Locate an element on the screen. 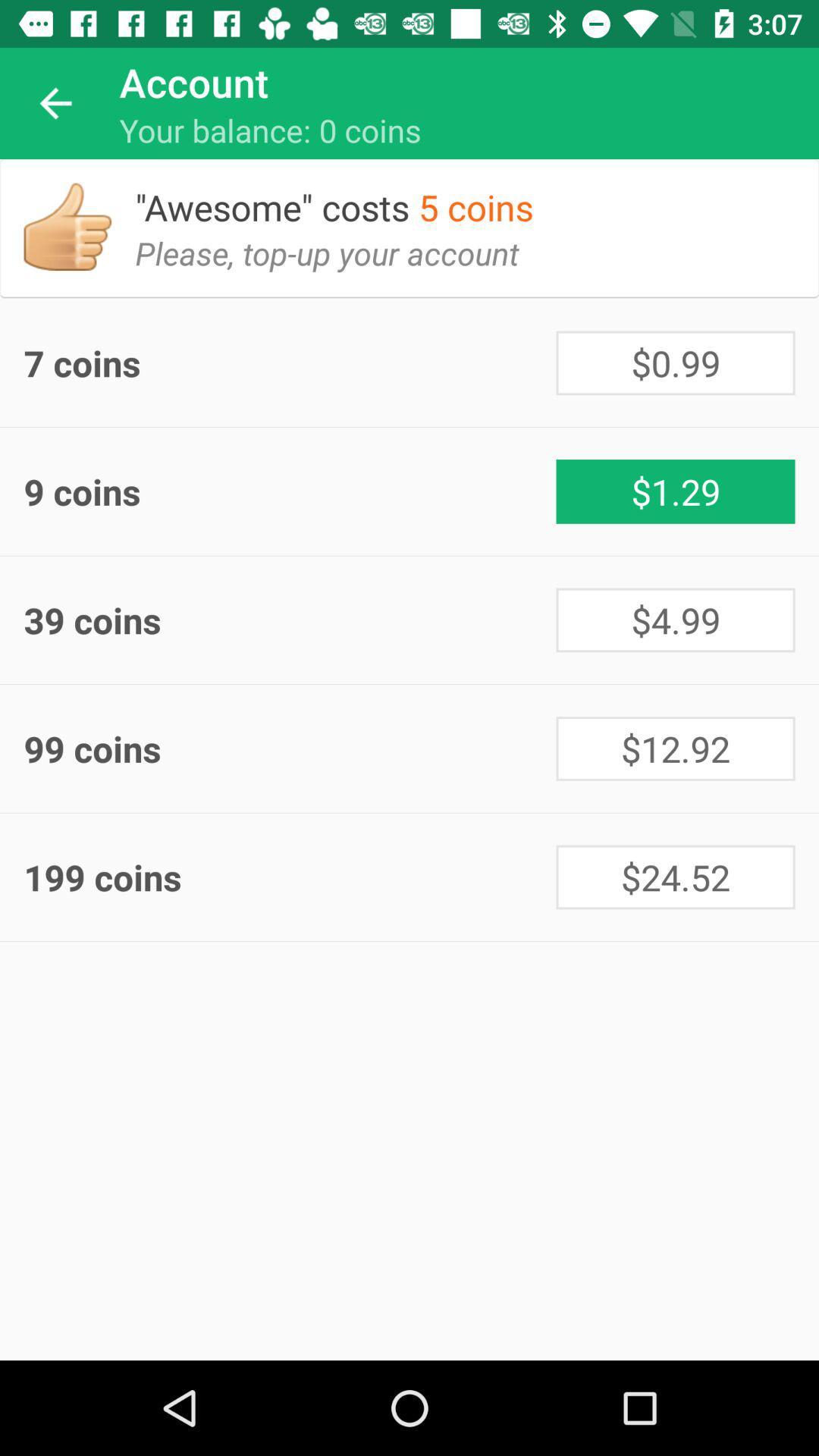  icon next to account is located at coordinates (55, 102).